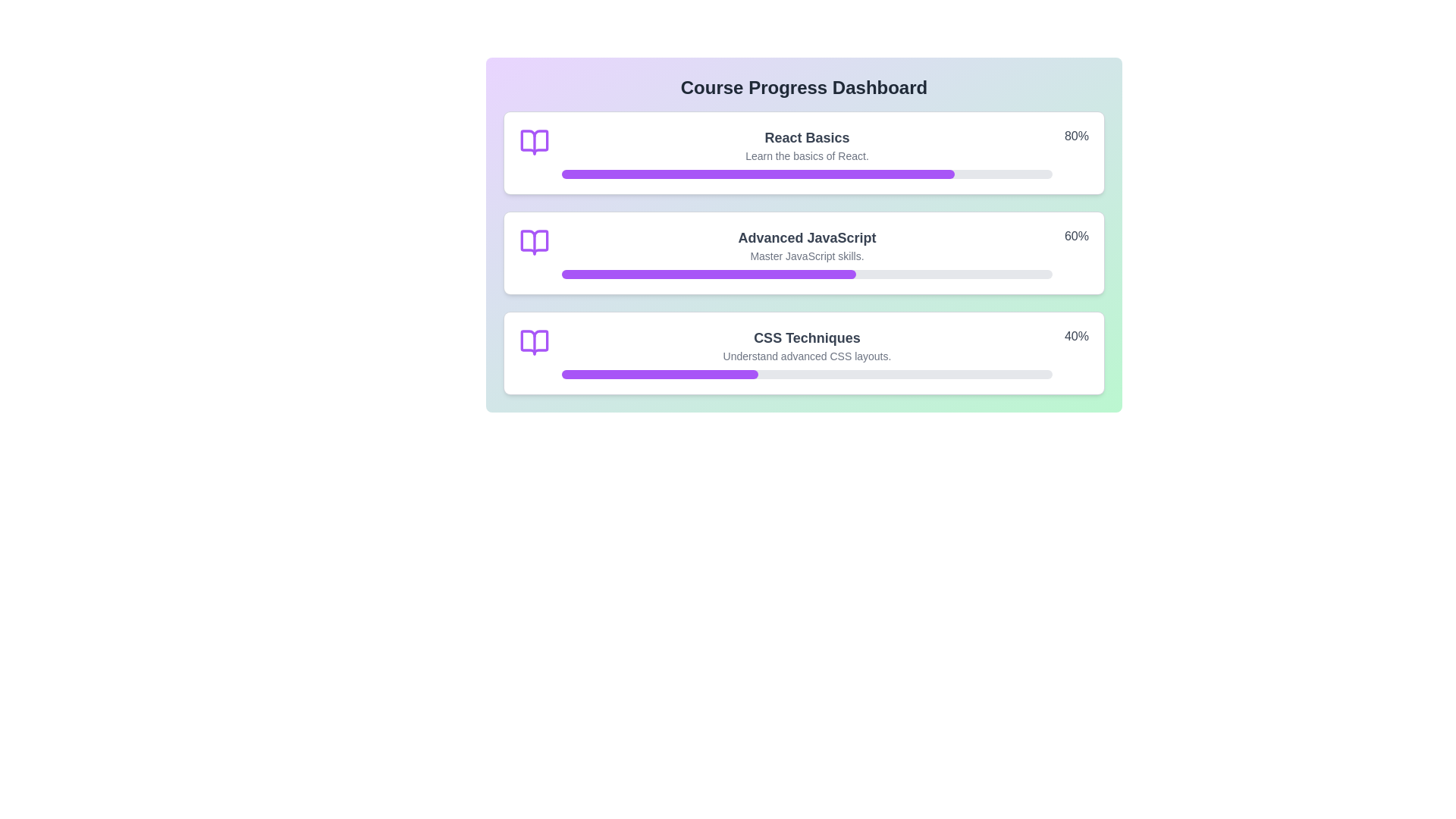  Describe the element at coordinates (535, 242) in the screenshot. I see `the left-hand side curve of the book icon in the 'Advanced JavaScript' card on the Course Progress Dashboard` at that location.